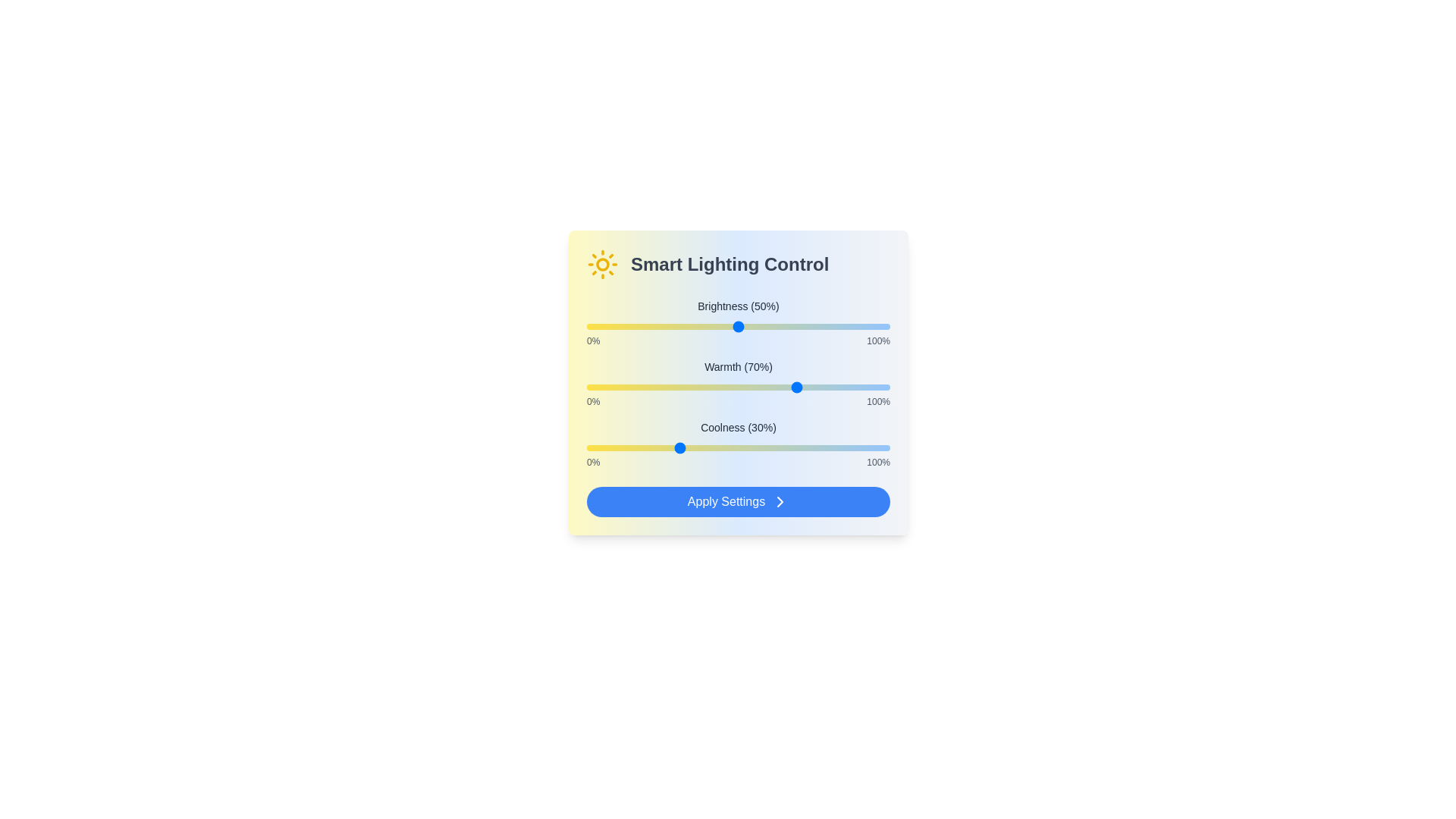  What do you see at coordinates (859, 386) in the screenshot?
I see `the Warmth slider to 90%` at bounding box center [859, 386].